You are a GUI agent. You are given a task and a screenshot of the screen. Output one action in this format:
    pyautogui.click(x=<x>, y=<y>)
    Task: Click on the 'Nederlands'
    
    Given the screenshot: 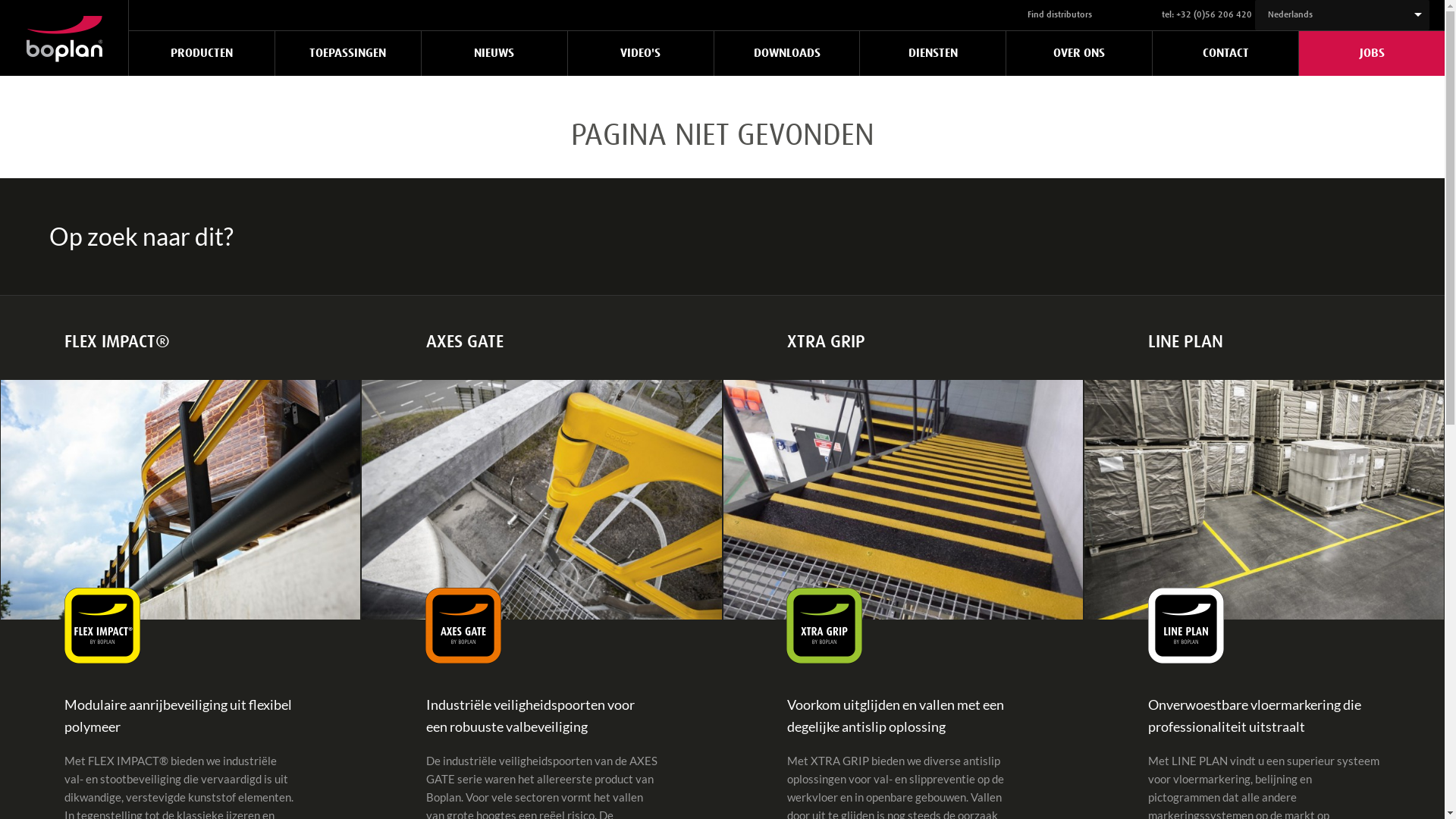 What is the action you would take?
    pyautogui.click(x=1348, y=14)
    